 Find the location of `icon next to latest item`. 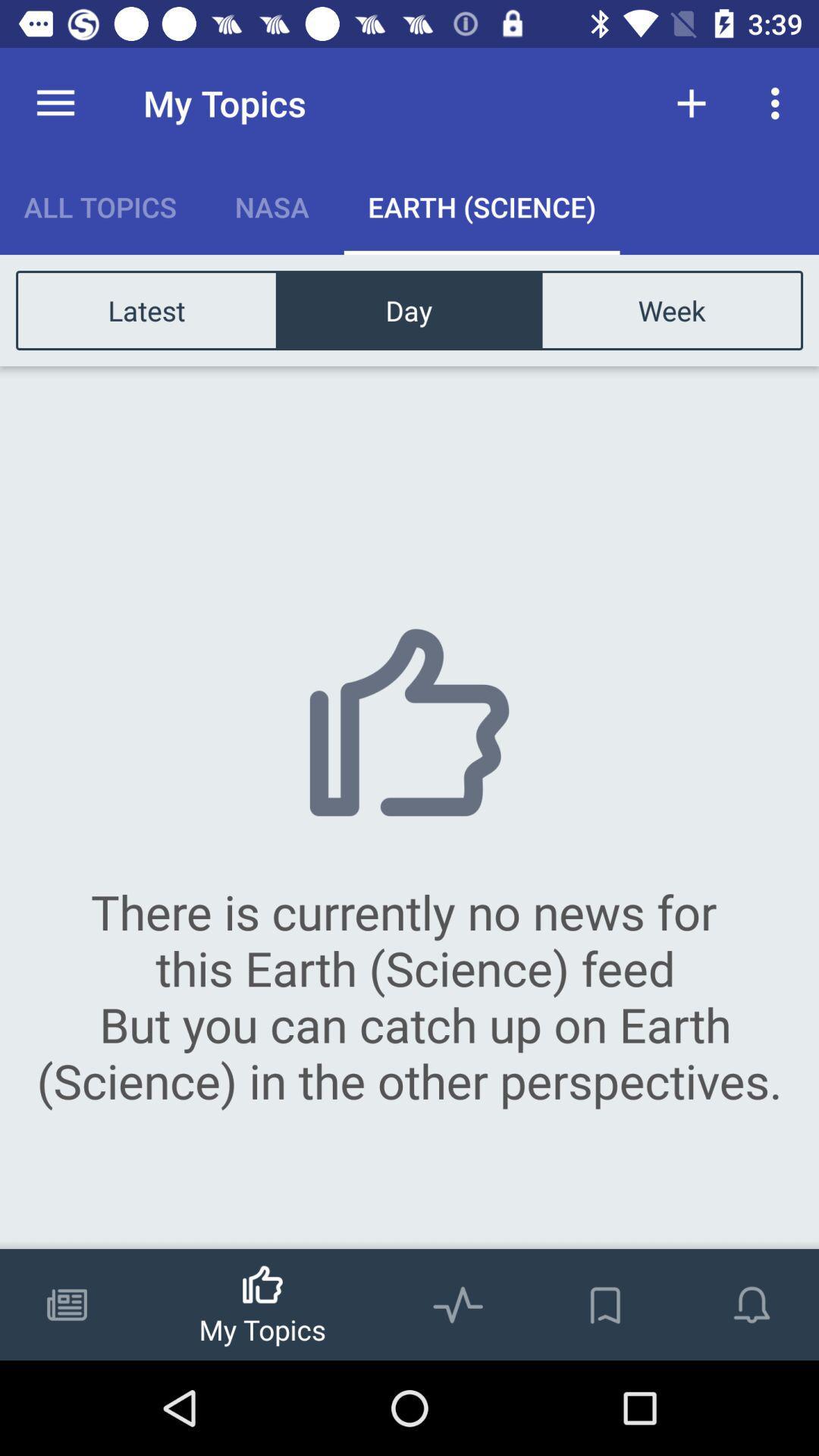

icon next to latest item is located at coordinates (408, 309).